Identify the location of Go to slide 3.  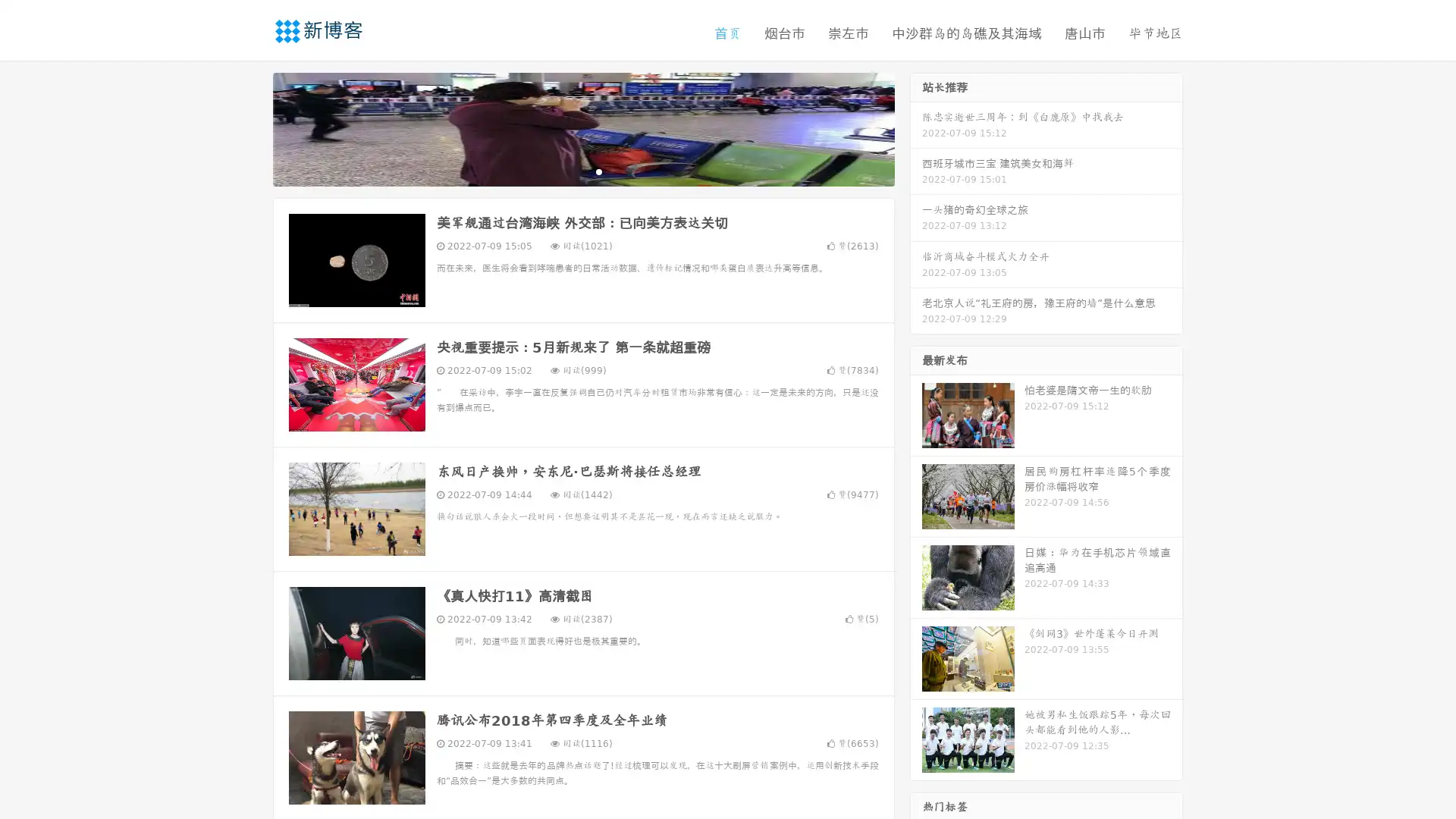
(598, 171).